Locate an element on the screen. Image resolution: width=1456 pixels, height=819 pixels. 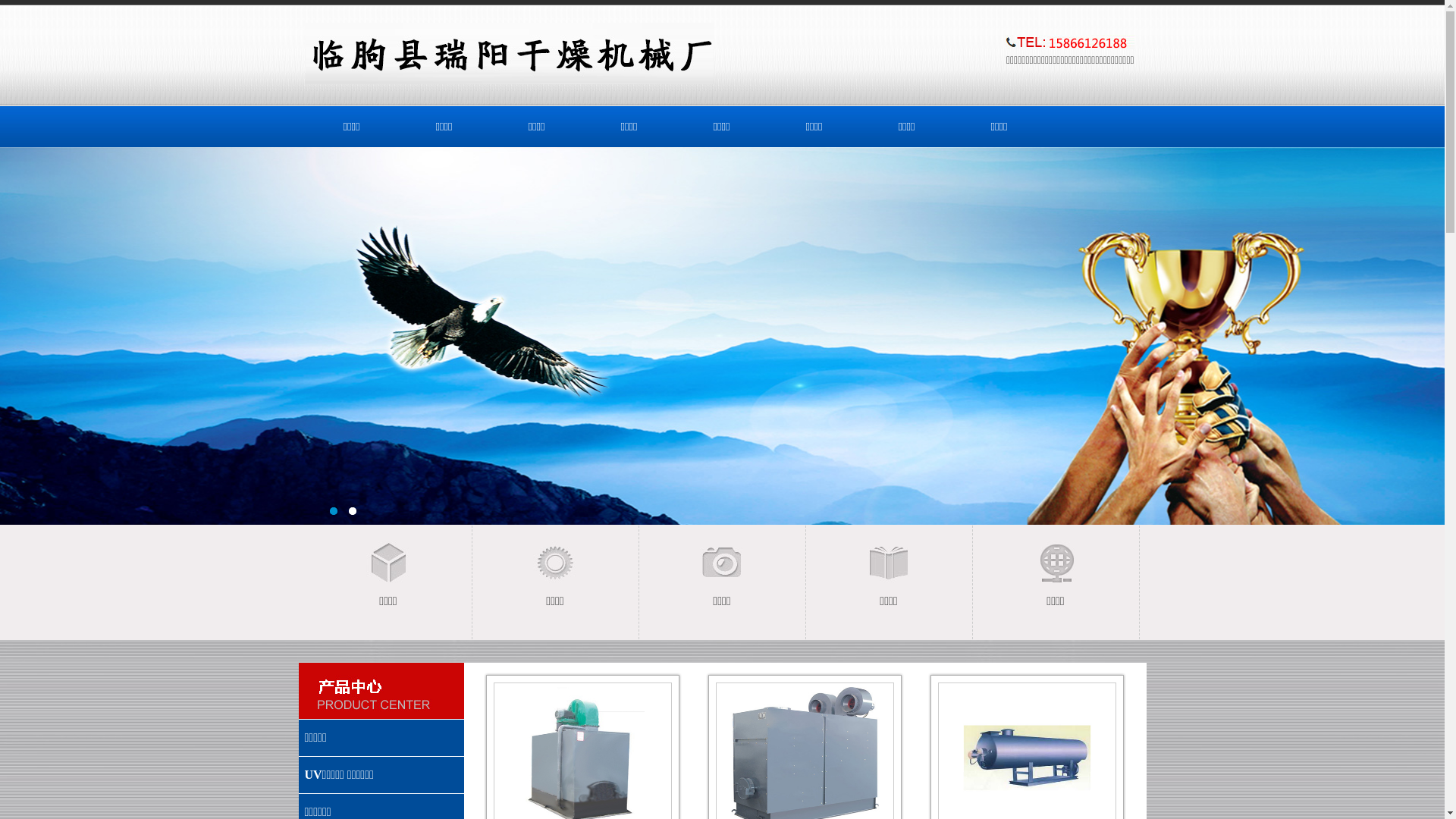
'1' is located at coordinates (329, 513).